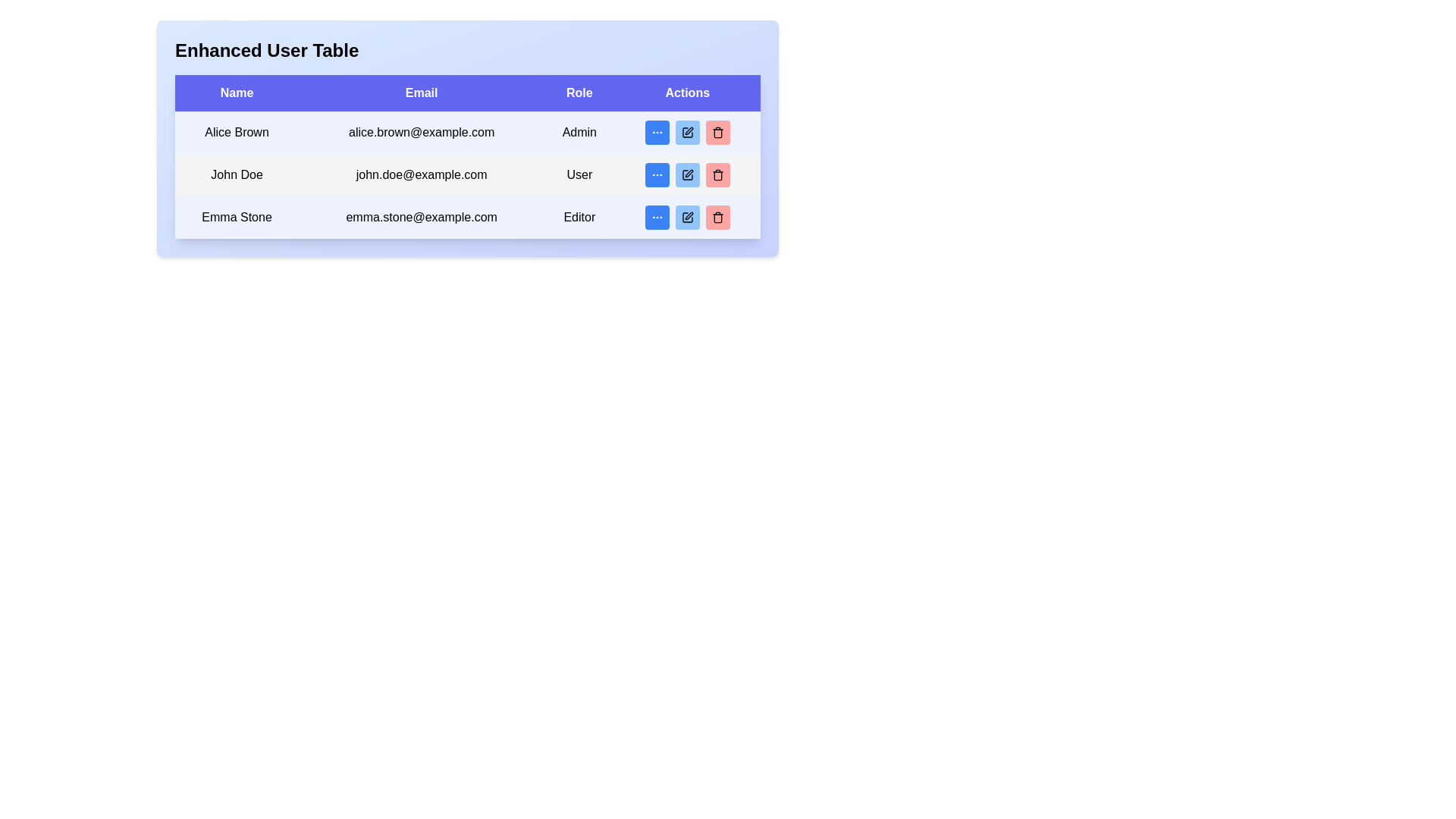 The width and height of the screenshot is (1456, 819). Describe the element at coordinates (686, 217) in the screenshot. I see `the 'edit' icon represented by a stylized pen and square in the 'Actions' column of the data table for user 'Emma Stone'` at that location.